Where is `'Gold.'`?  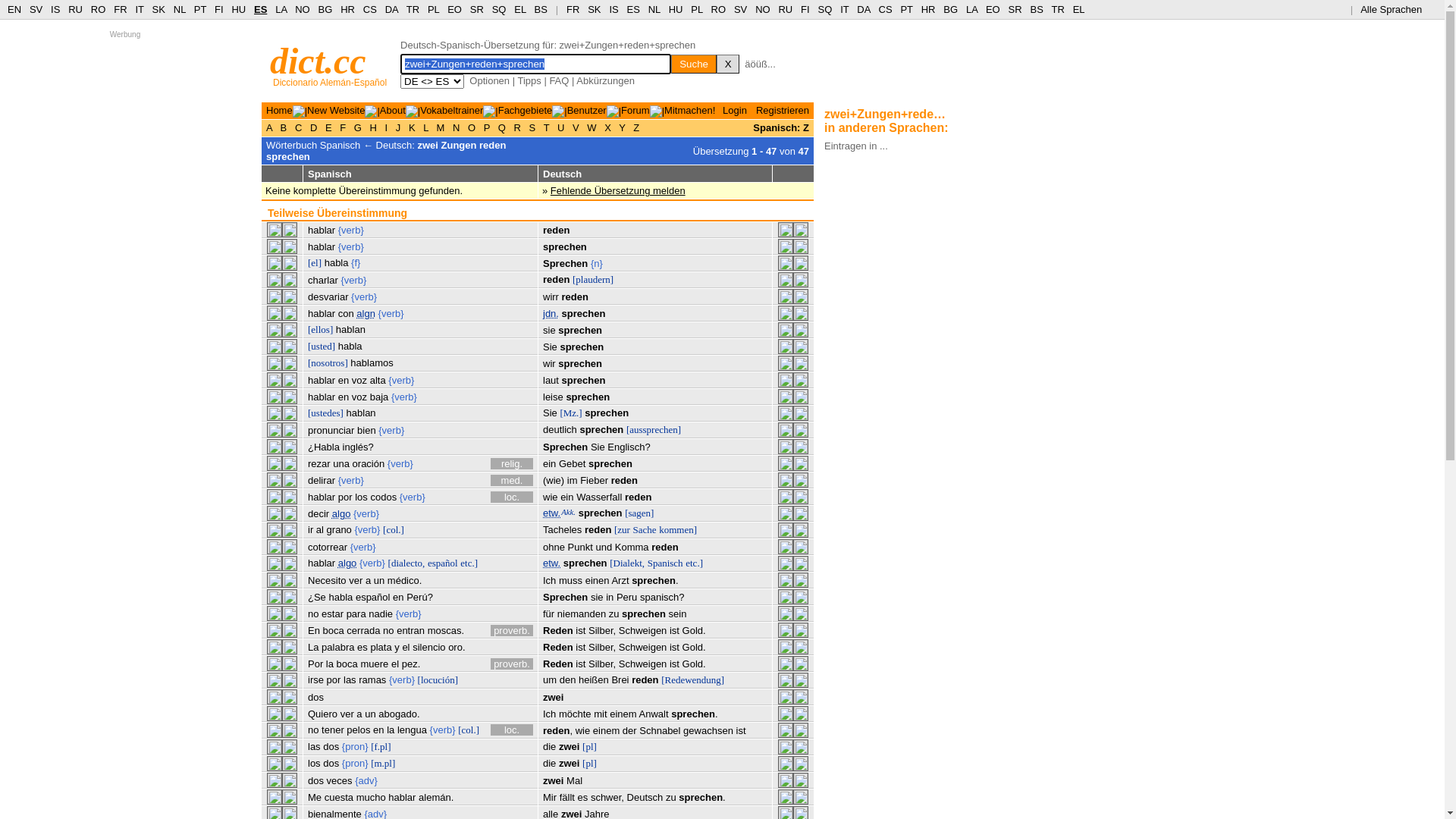
'Gold.' is located at coordinates (693, 647).